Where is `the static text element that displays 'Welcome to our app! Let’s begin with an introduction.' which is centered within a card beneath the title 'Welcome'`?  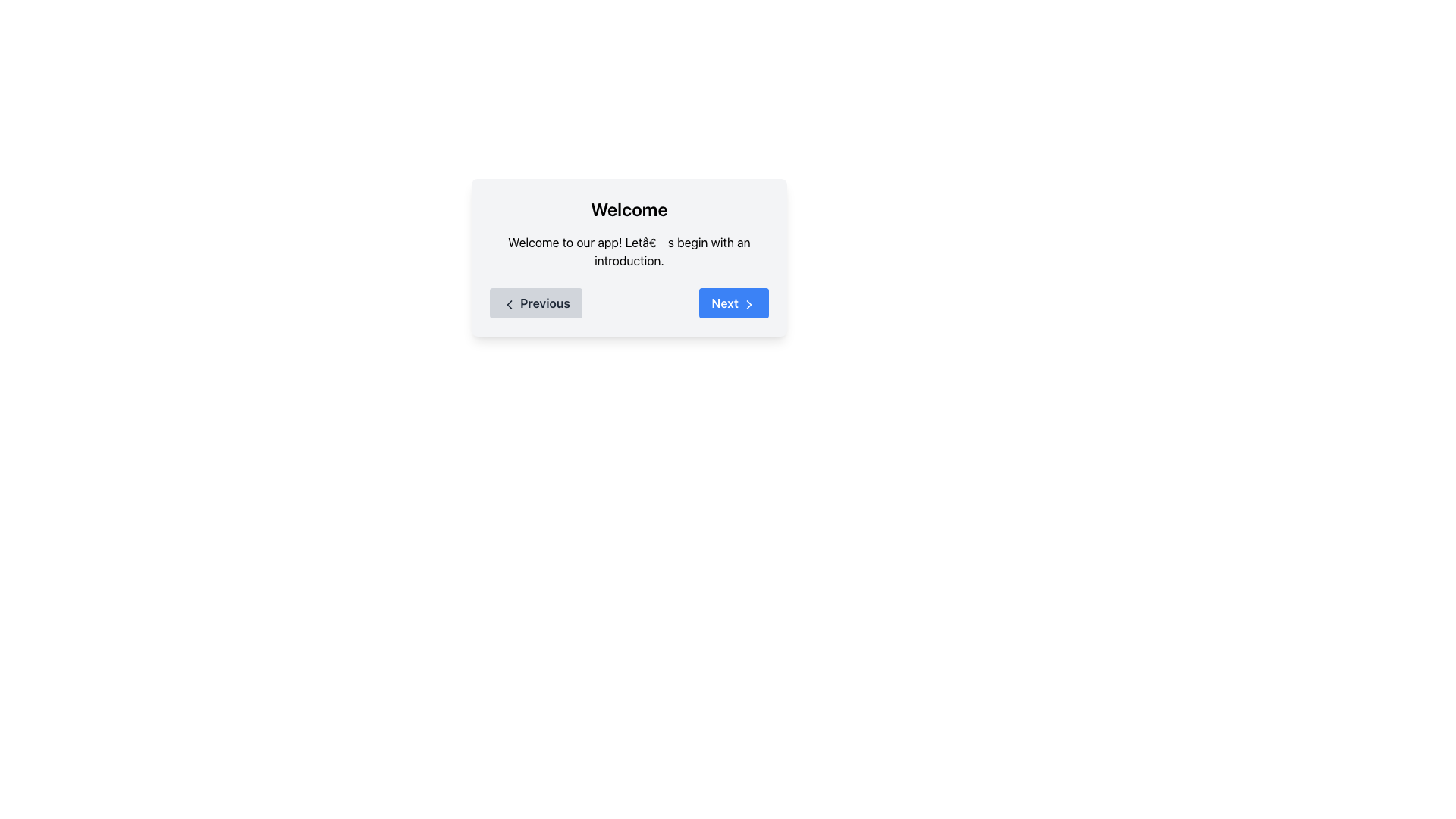
the static text element that displays 'Welcome to our app! Let’s begin with an introduction.' which is centered within a card beneath the title 'Welcome' is located at coordinates (629, 250).